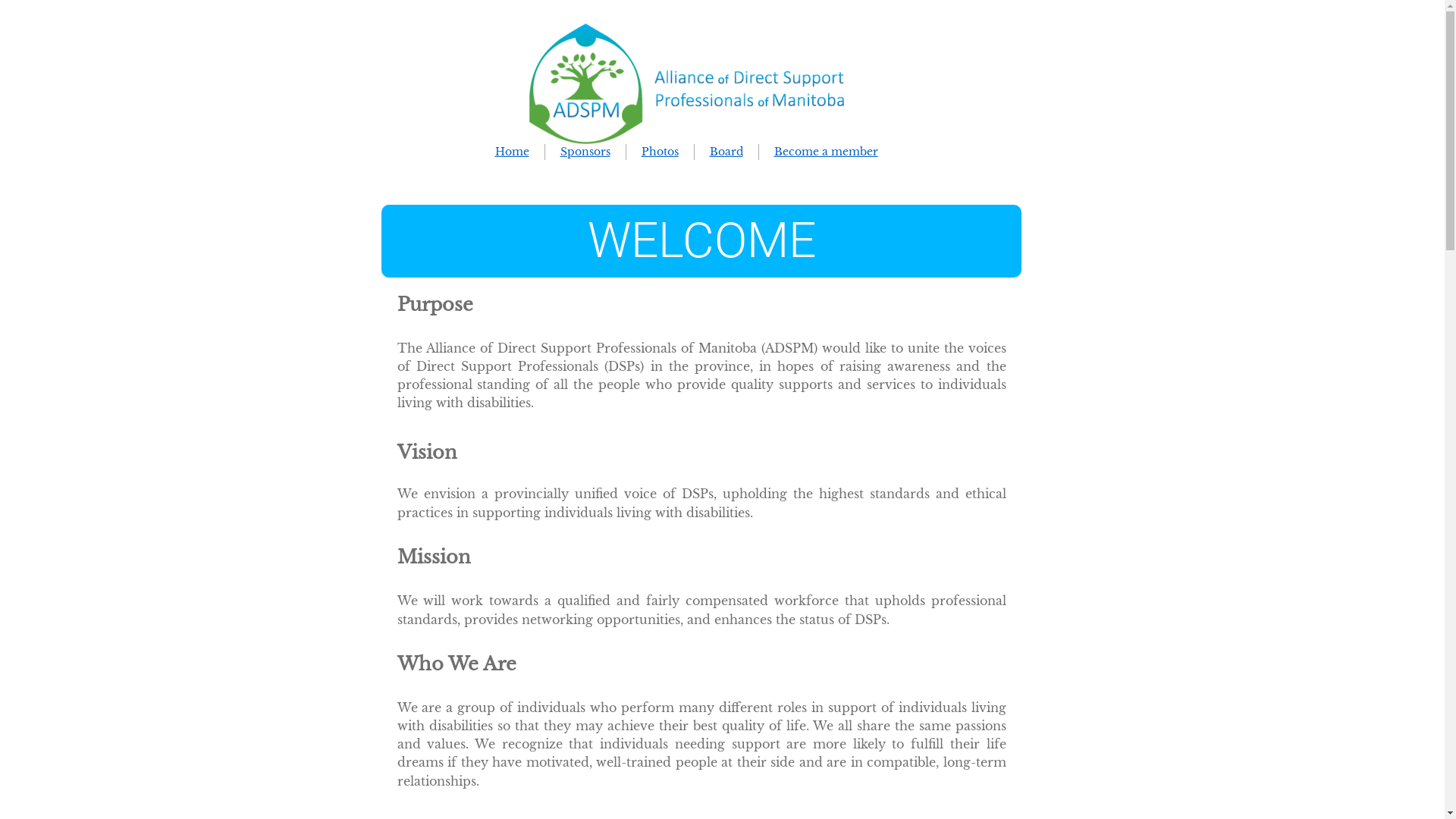  What do you see at coordinates (559, 152) in the screenshot?
I see `'Sponsors'` at bounding box center [559, 152].